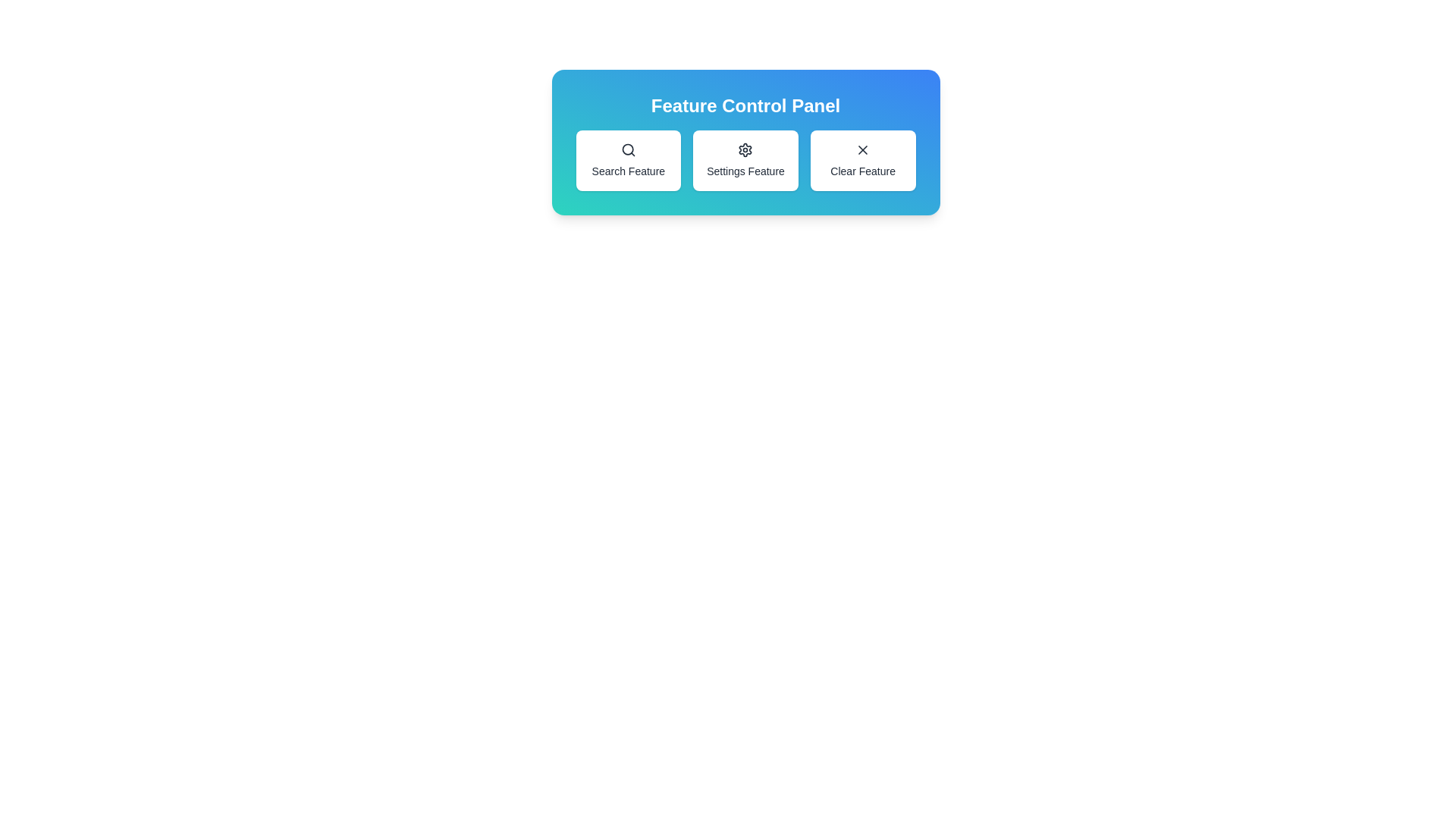 The width and height of the screenshot is (1456, 819). I want to click on the 'Search Feature' button for keyboard navigation, so click(628, 161).